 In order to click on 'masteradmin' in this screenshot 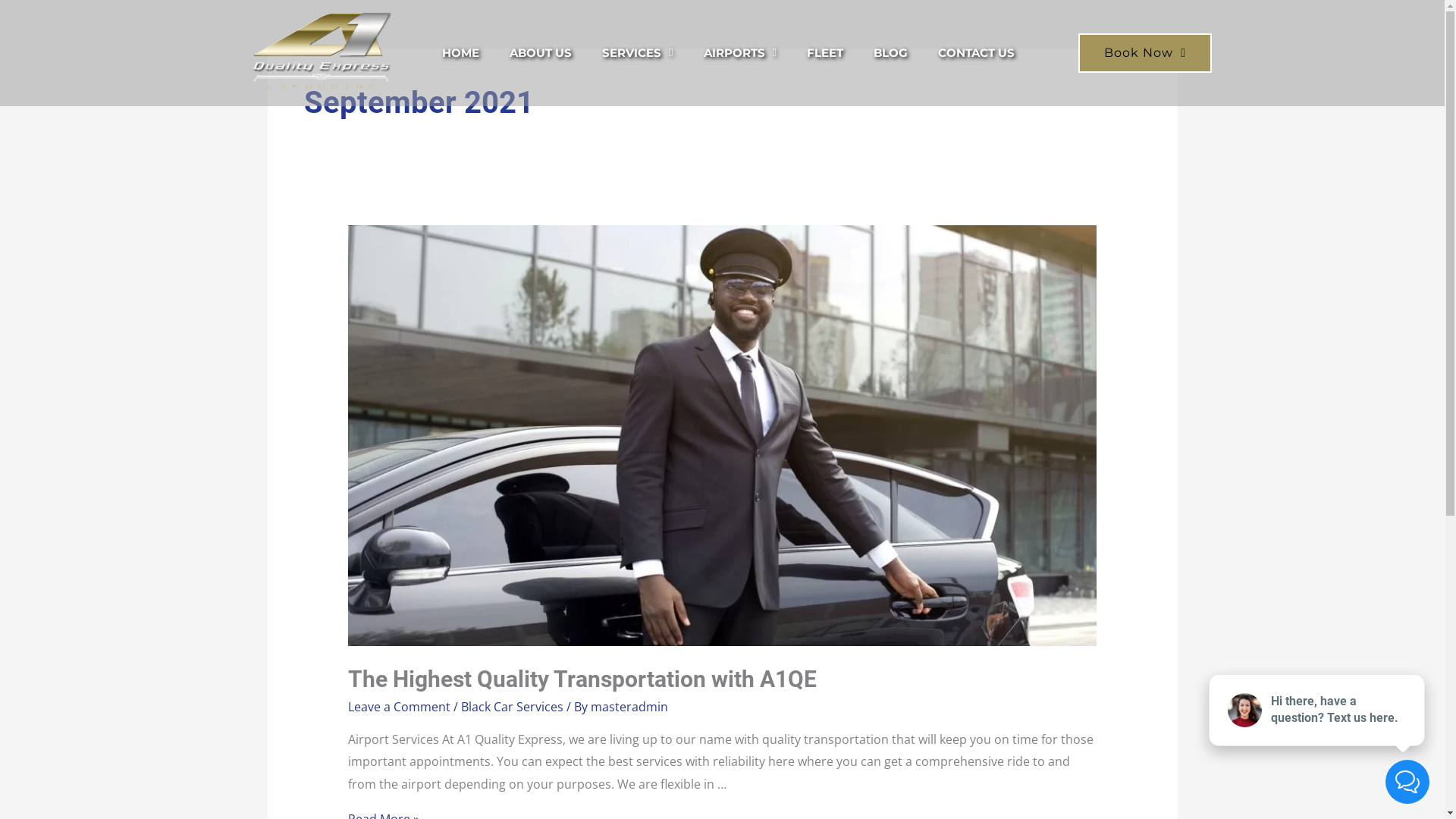, I will do `click(629, 707)`.